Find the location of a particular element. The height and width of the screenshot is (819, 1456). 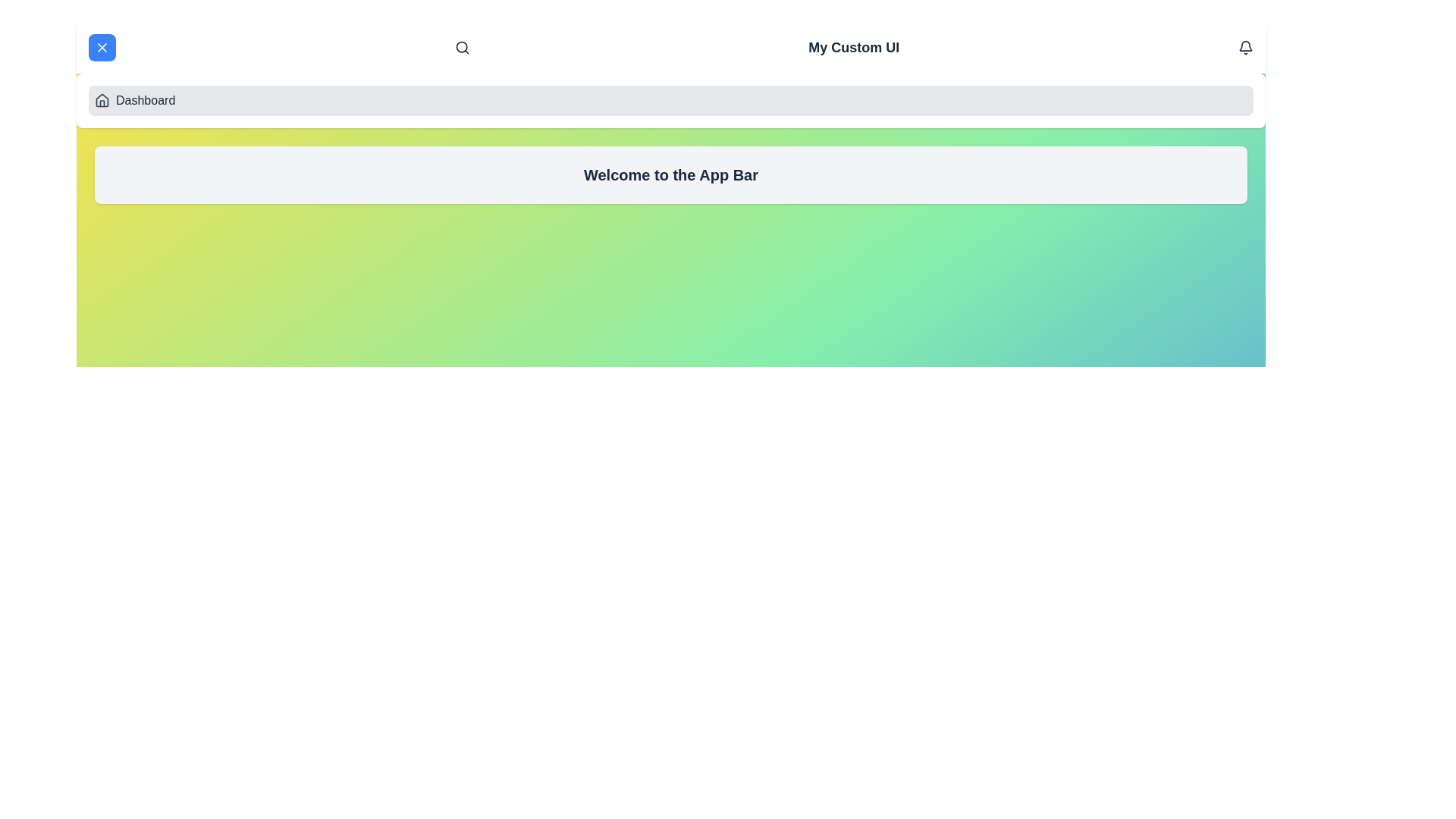

the 'Dashboard' navigation item is located at coordinates (670, 100).